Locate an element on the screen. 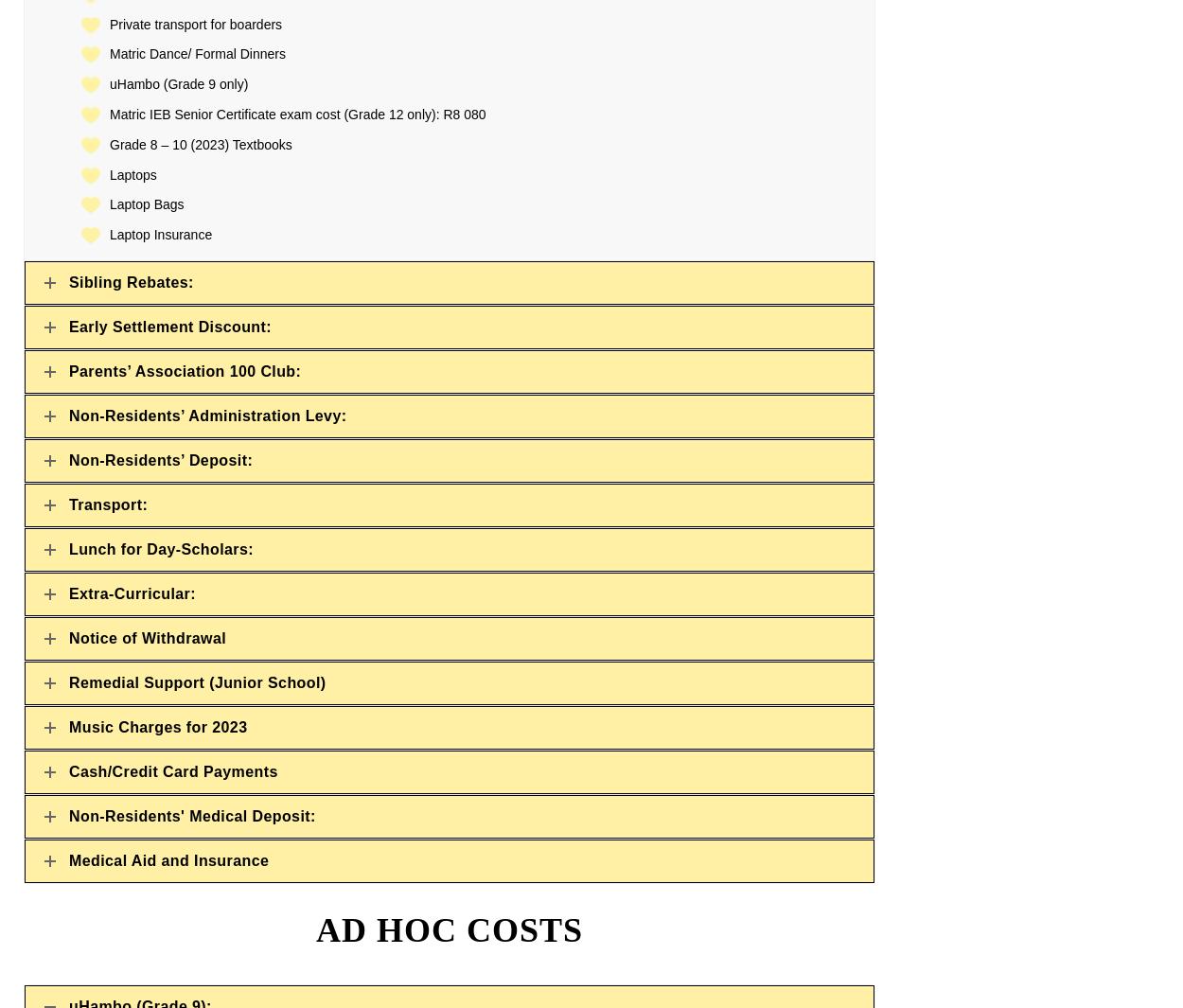 The height and width of the screenshot is (1008, 1183). 'Laptops' is located at coordinates (132, 173).